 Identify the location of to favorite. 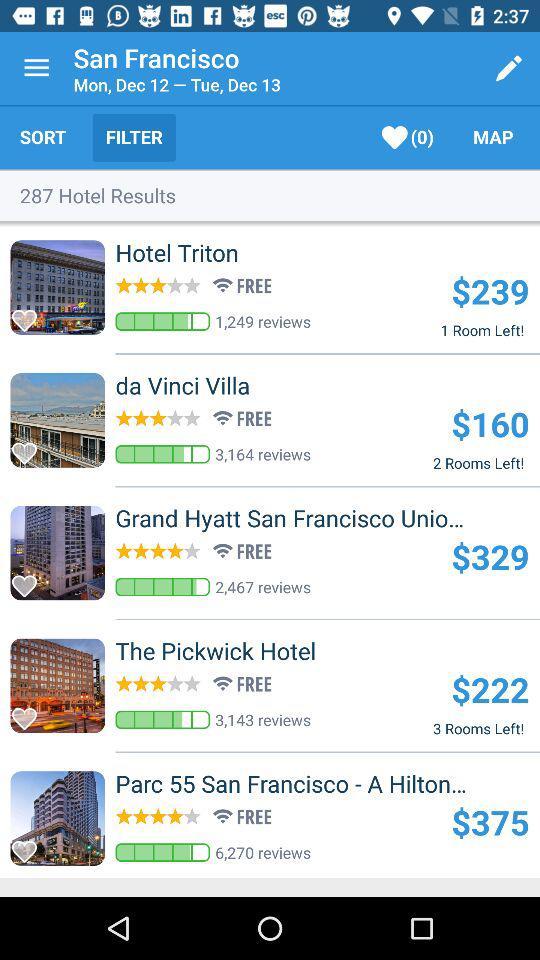
(29, 447).